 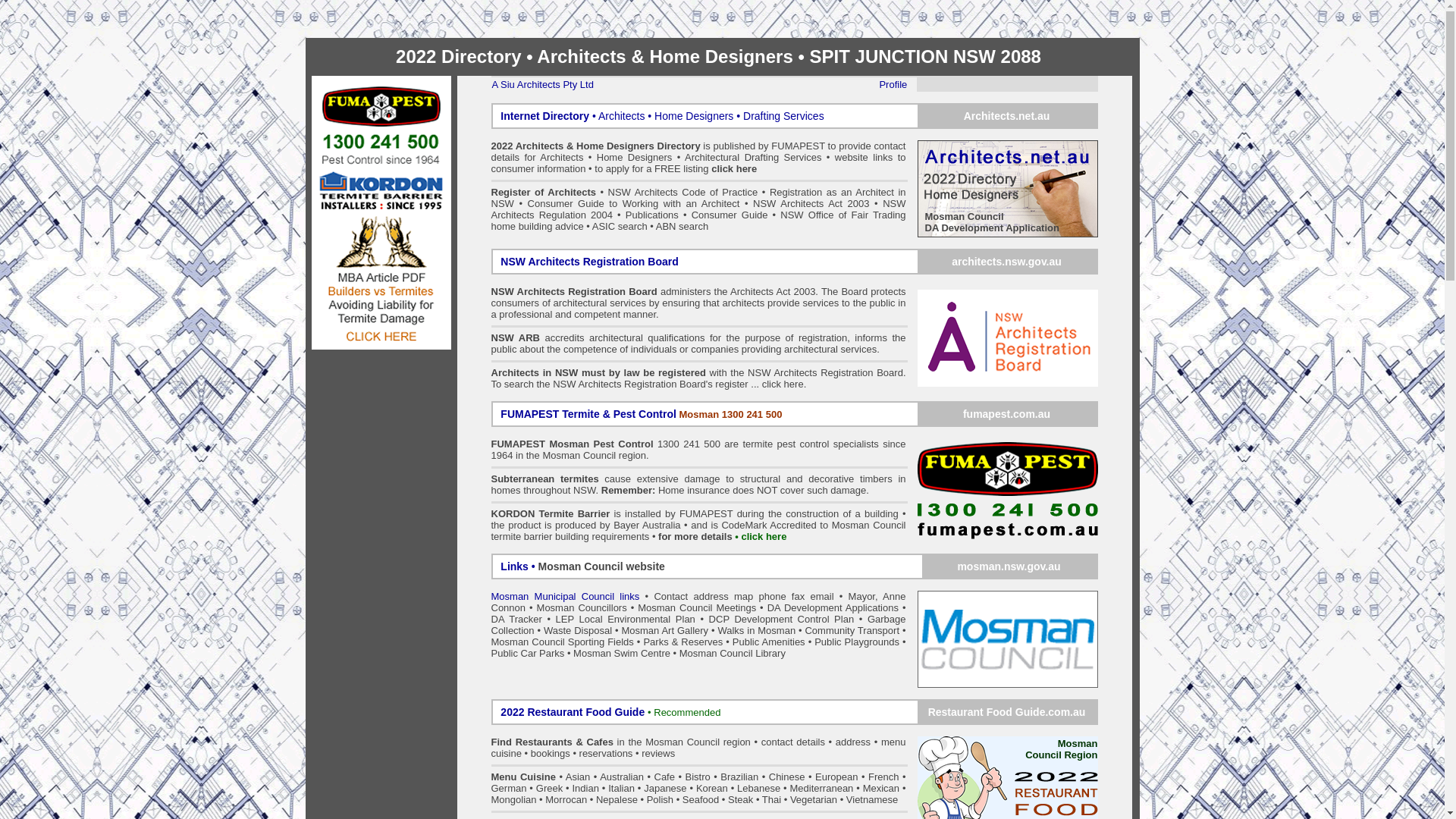 What do you see at coordinates (756, 630) in the screenshot?
I see `'Walks in Mosman'` at bounding box center [756, 630].